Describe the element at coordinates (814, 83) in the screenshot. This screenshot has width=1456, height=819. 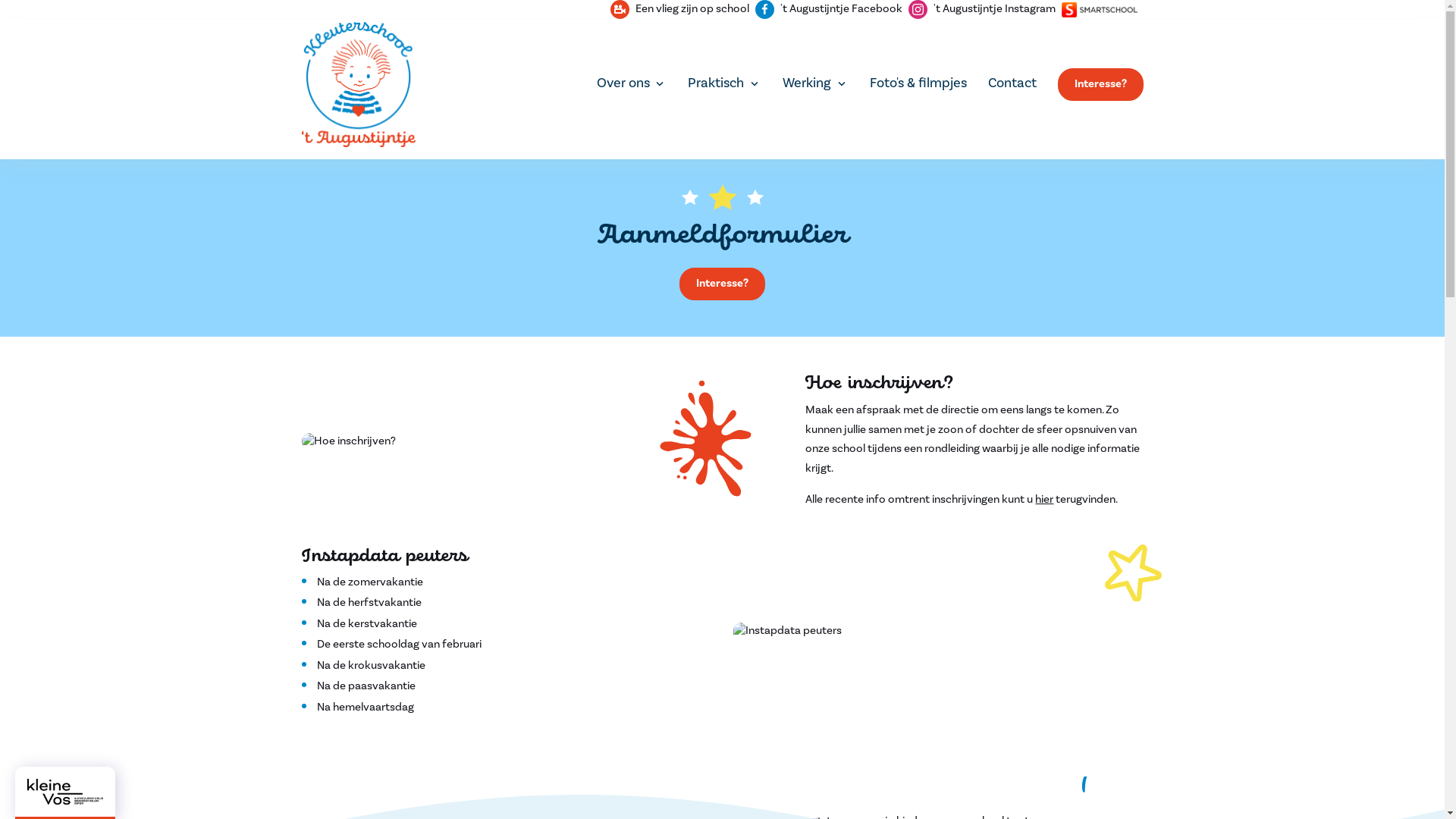
I see `'Werking'` at that location.